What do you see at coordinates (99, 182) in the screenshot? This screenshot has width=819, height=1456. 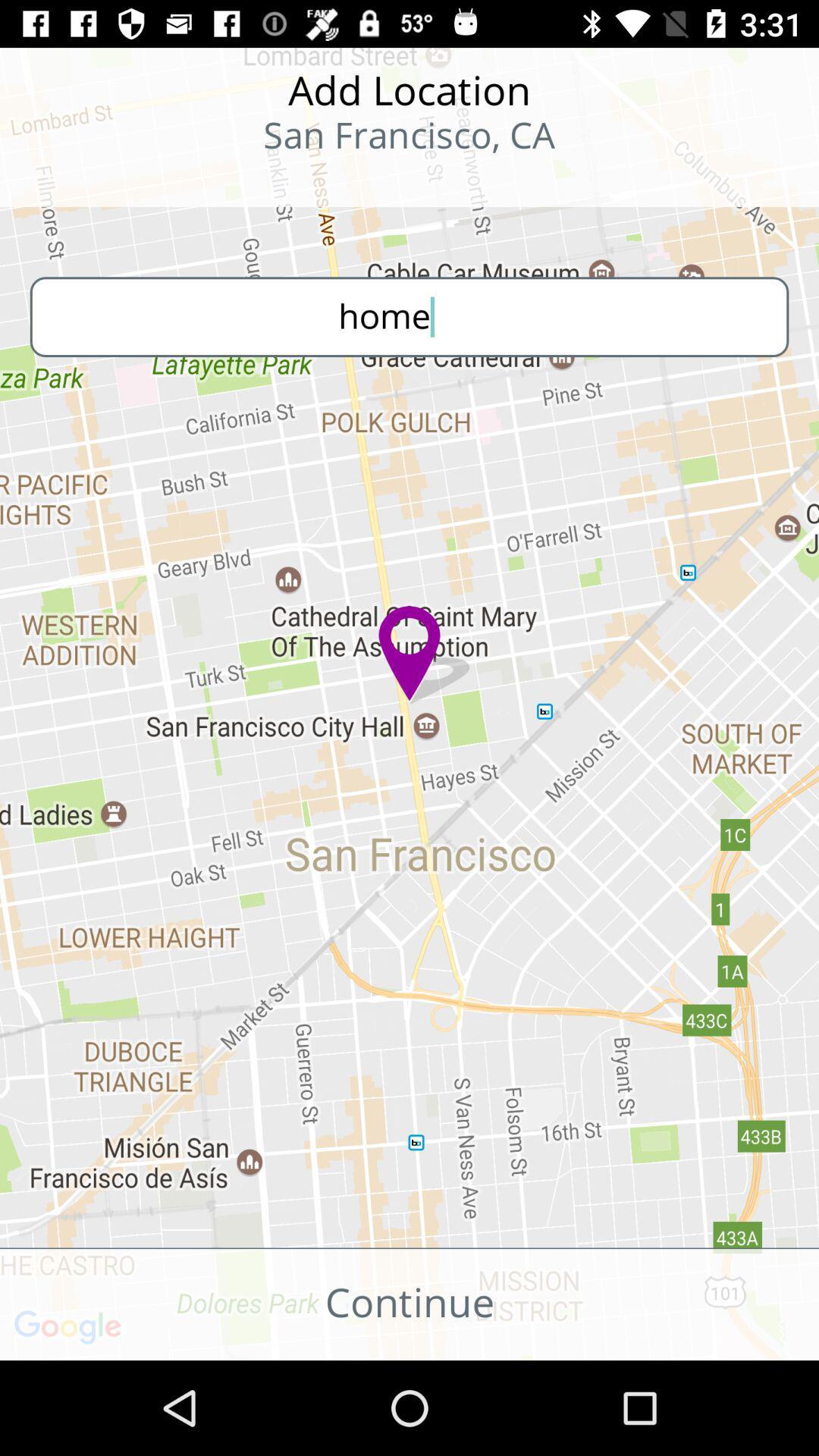 I see `set your location` at bounding box center [99, 182].